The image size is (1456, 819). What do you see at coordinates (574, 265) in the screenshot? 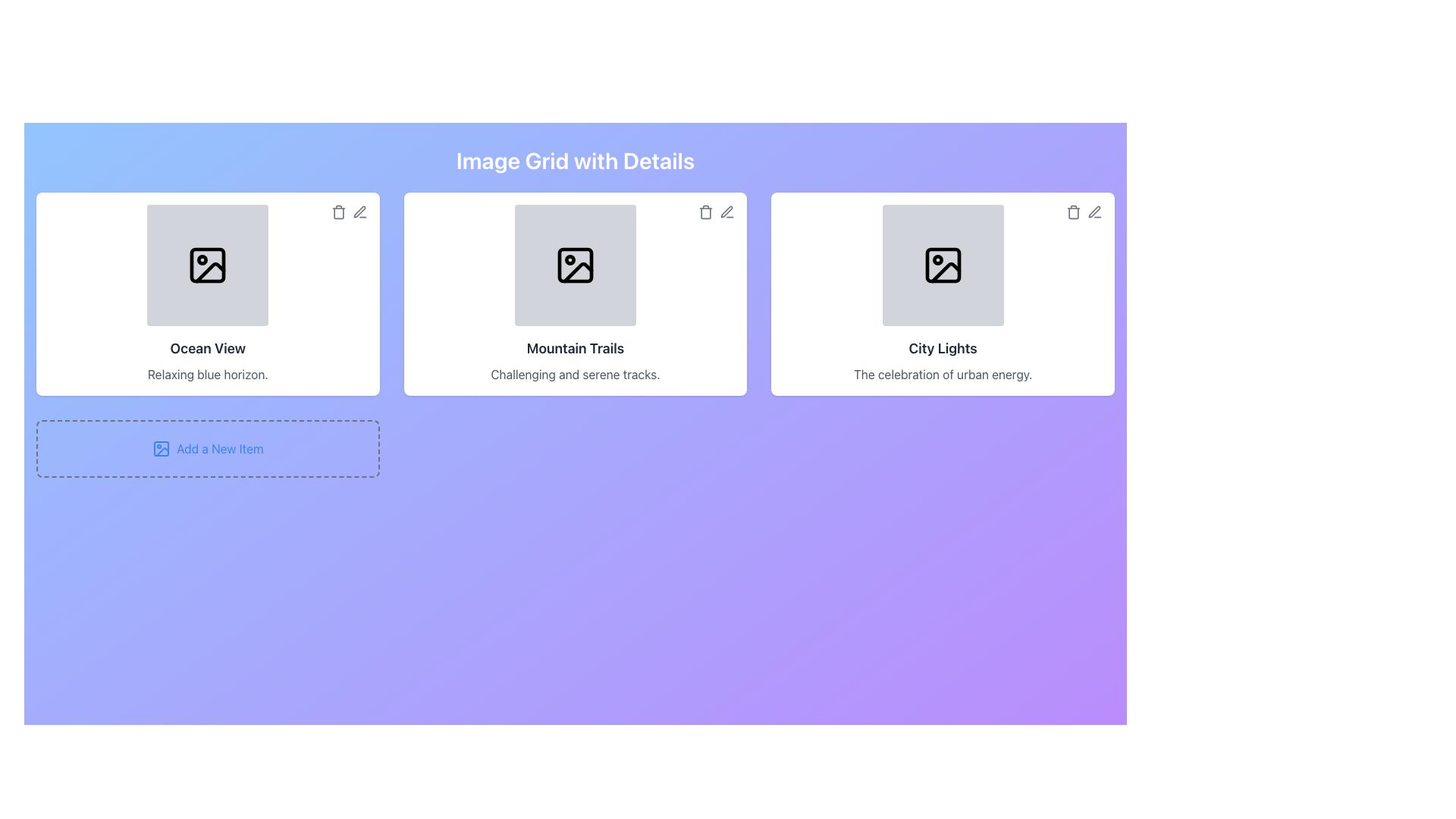
I see `the photo frame icon located in the 'Mountain Trails' tile of the grid, which is represented by a small circle and a diagonal line against a light gray background` at bounding box center [574, 265].